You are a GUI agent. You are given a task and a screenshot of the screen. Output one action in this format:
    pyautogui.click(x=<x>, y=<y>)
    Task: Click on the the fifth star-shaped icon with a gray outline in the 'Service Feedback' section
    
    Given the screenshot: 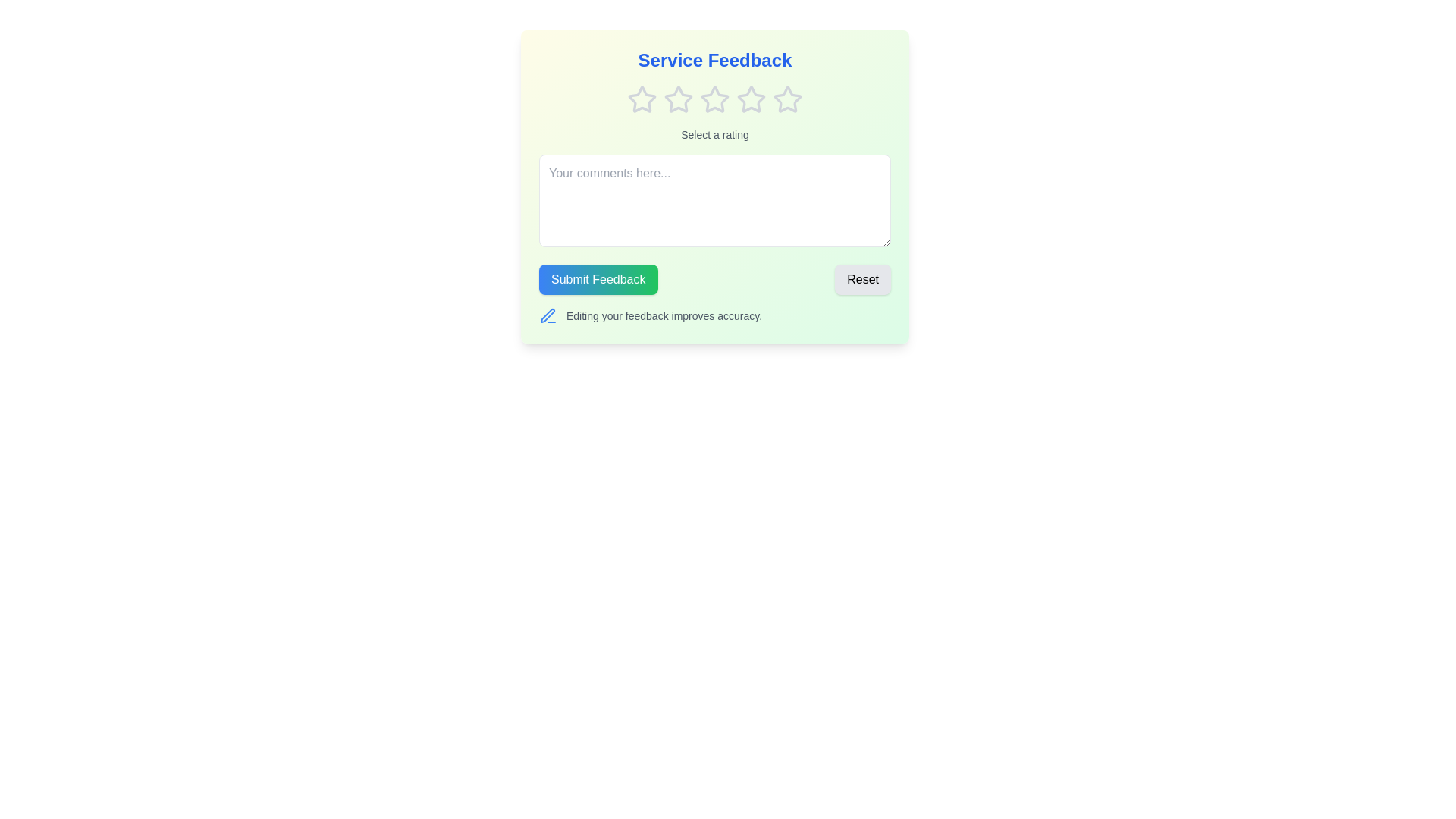 What is the action you would take?
    pyautogui.click(x=786, y=99)
    